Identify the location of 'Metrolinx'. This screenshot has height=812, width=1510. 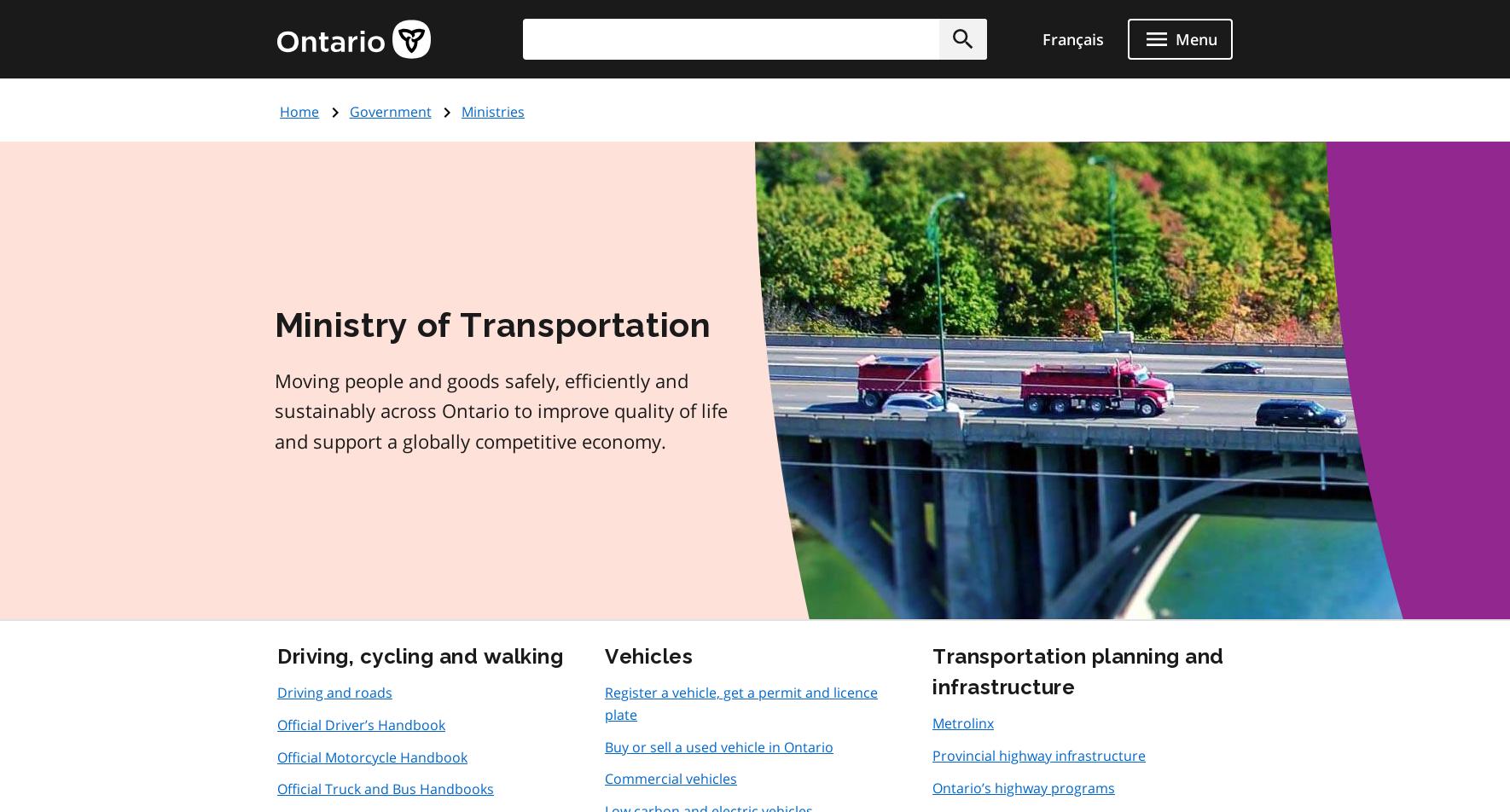
(963, 723).